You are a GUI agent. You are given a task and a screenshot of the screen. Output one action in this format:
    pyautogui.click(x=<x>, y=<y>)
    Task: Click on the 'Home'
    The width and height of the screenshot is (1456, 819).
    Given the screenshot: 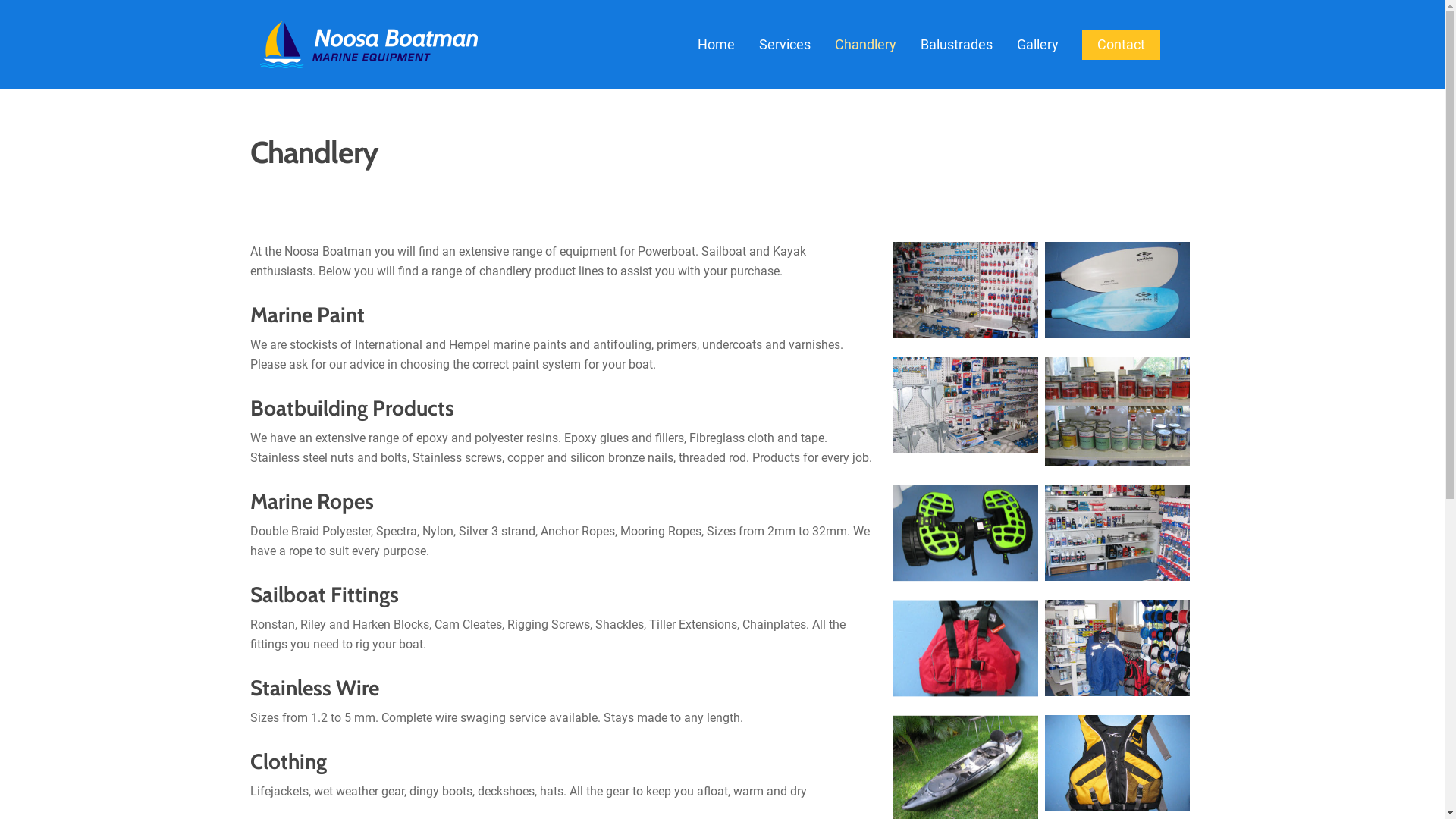 What is the action you would take?
    pyautogui.click(x=715, y=43)
    